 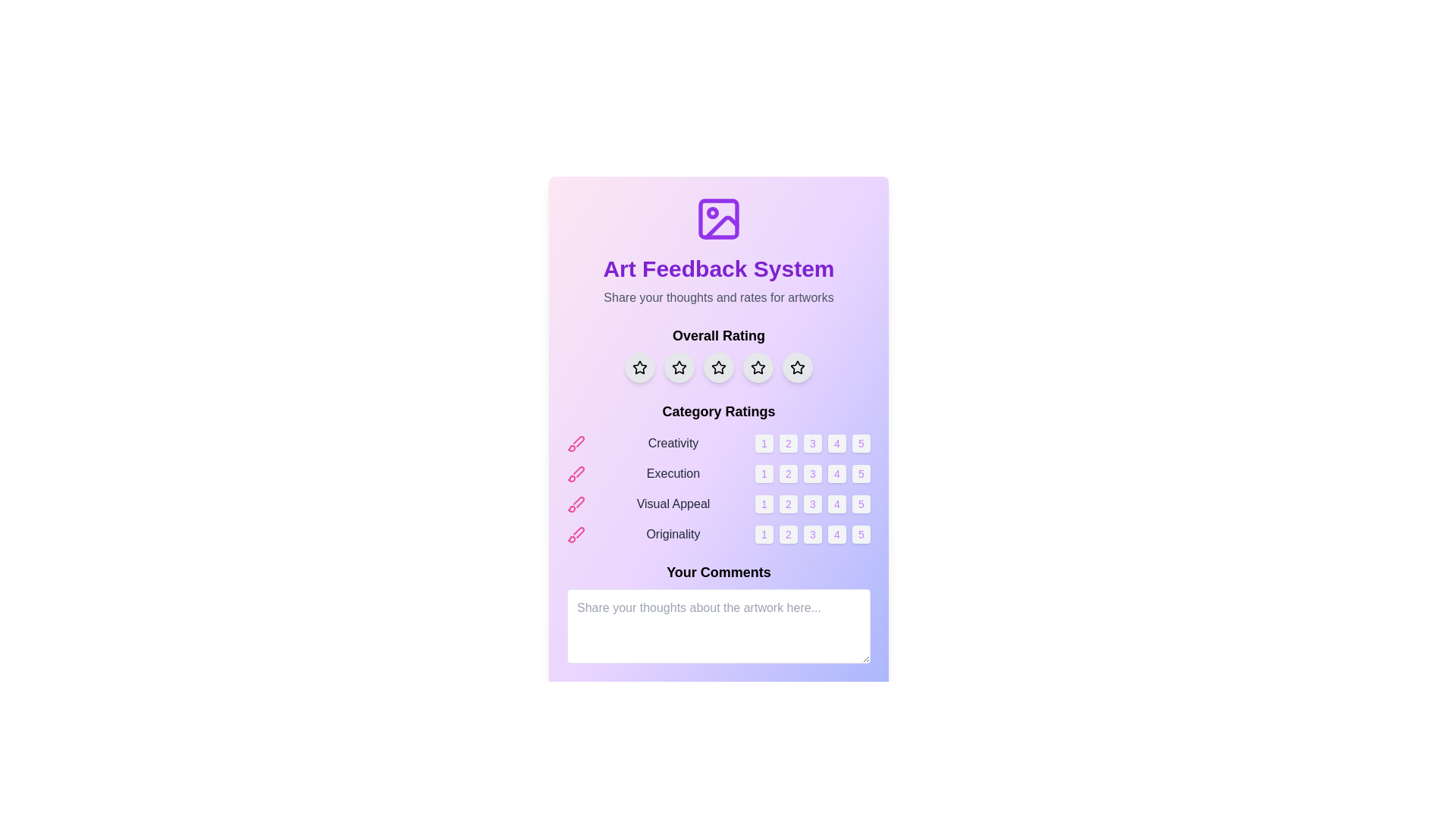 What do you see at coordinates (811, 504) in the screenshot?
I see `the third button in the 'Visual Appeal' category ratings to observe visual feedback` at bounding box center [811, 504].